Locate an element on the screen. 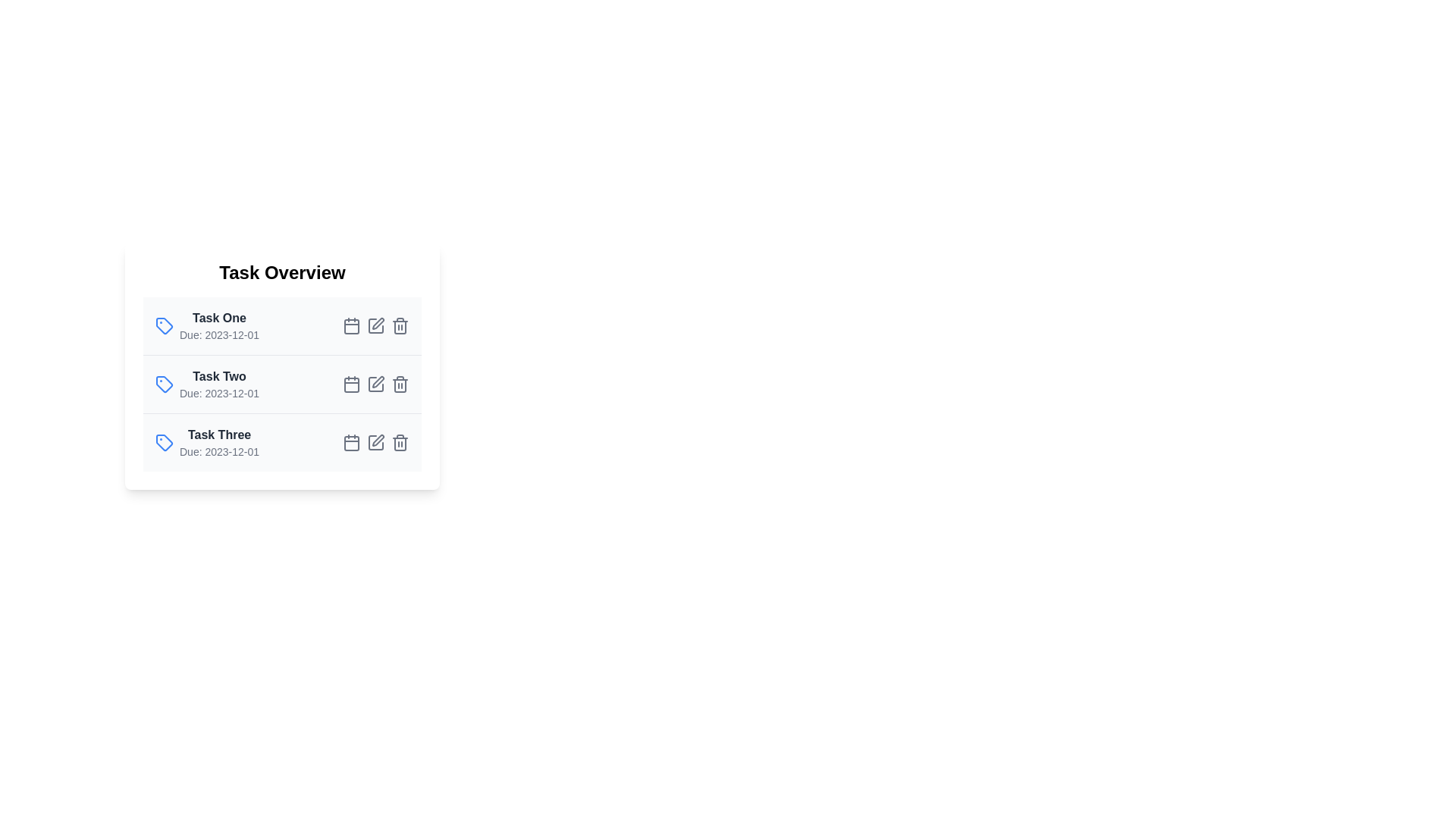 Image resolution: width=1456 pixels, height=819 pixels. the second instance of the calendar icon located in the row corresponding to 'Task Two' in the 'Task Overview' section is located at coordinates (351, 384).